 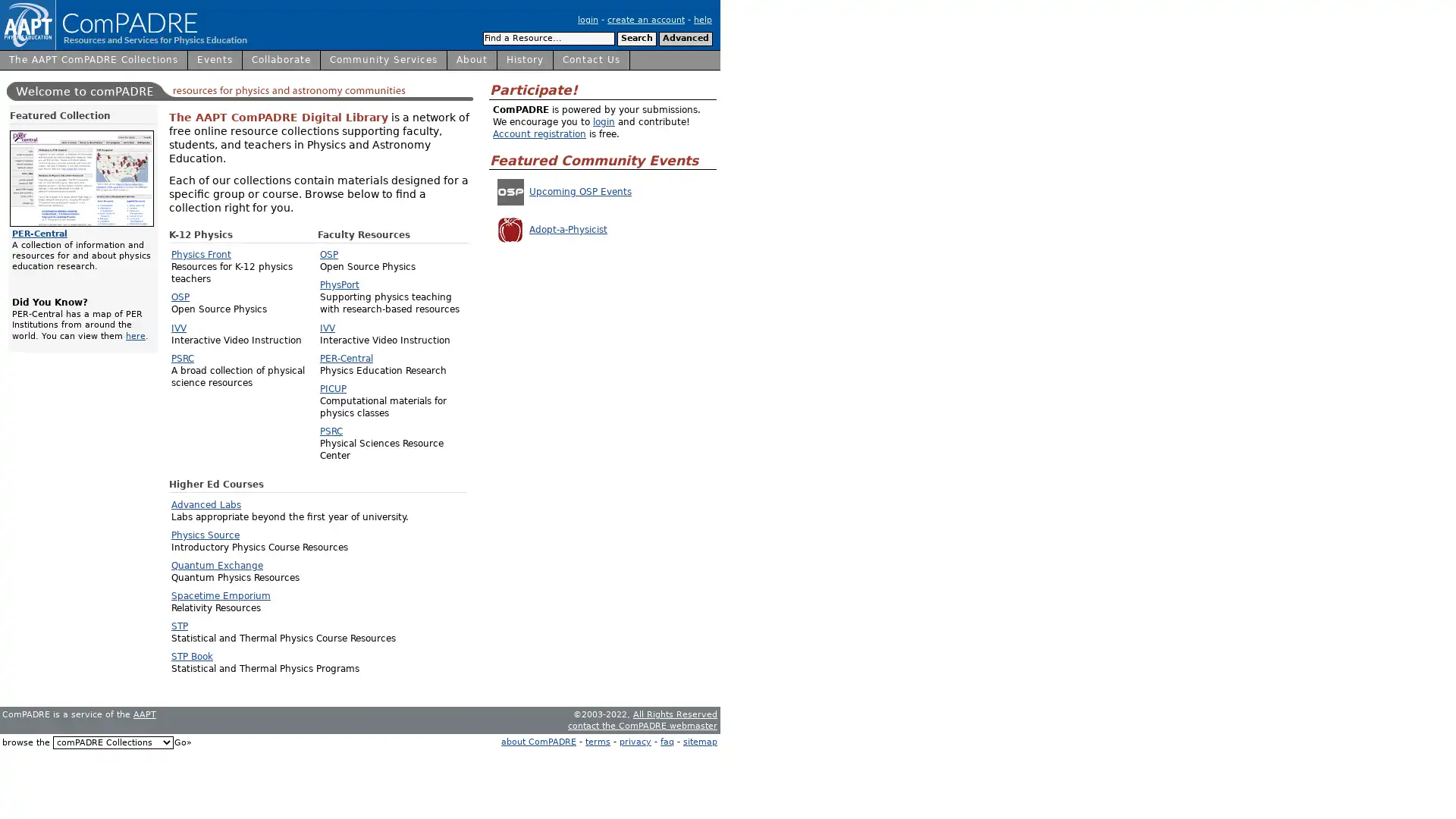 I want to click on Go, so click(x=182, y=742).